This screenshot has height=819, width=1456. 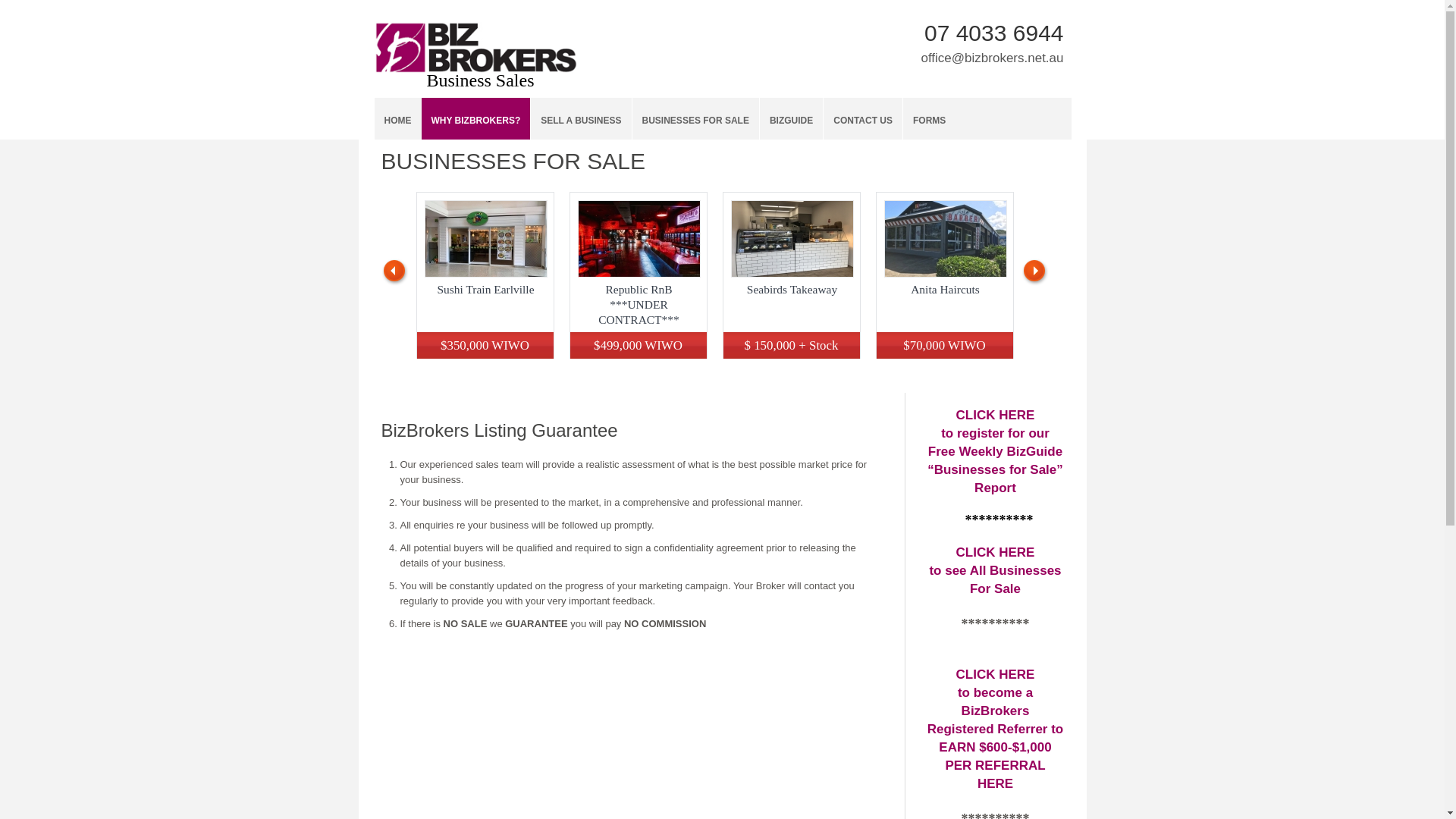 What do you see at coordinates (902, 118) in the screenshot?
I see `'FORMS'` at bounding box center [902, 118].